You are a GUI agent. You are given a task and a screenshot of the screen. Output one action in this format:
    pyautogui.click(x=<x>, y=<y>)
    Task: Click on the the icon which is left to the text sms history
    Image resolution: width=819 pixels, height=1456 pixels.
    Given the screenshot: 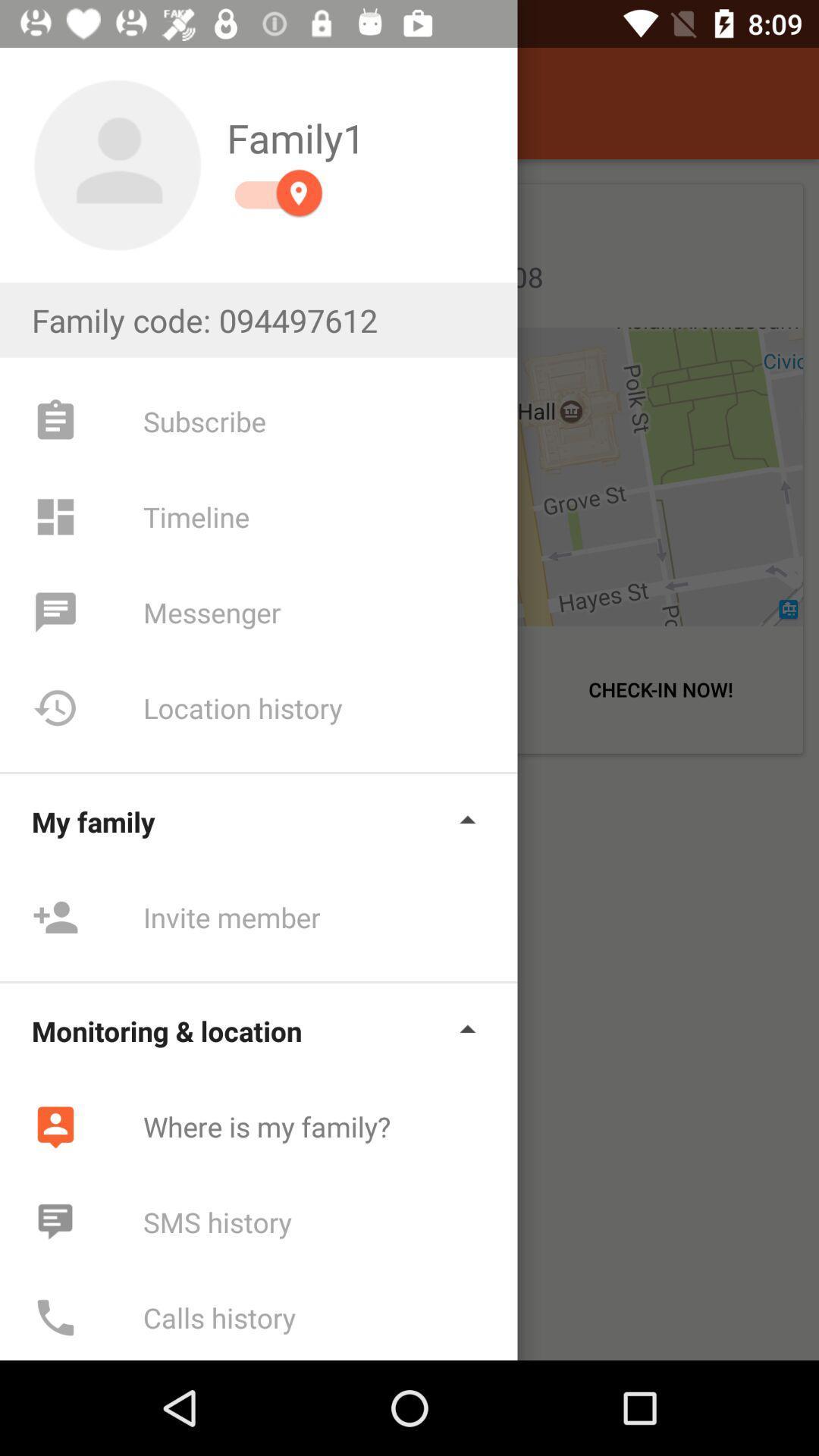 What is the action you would take?
    pyautogui.click(x=55, y=1222)
    